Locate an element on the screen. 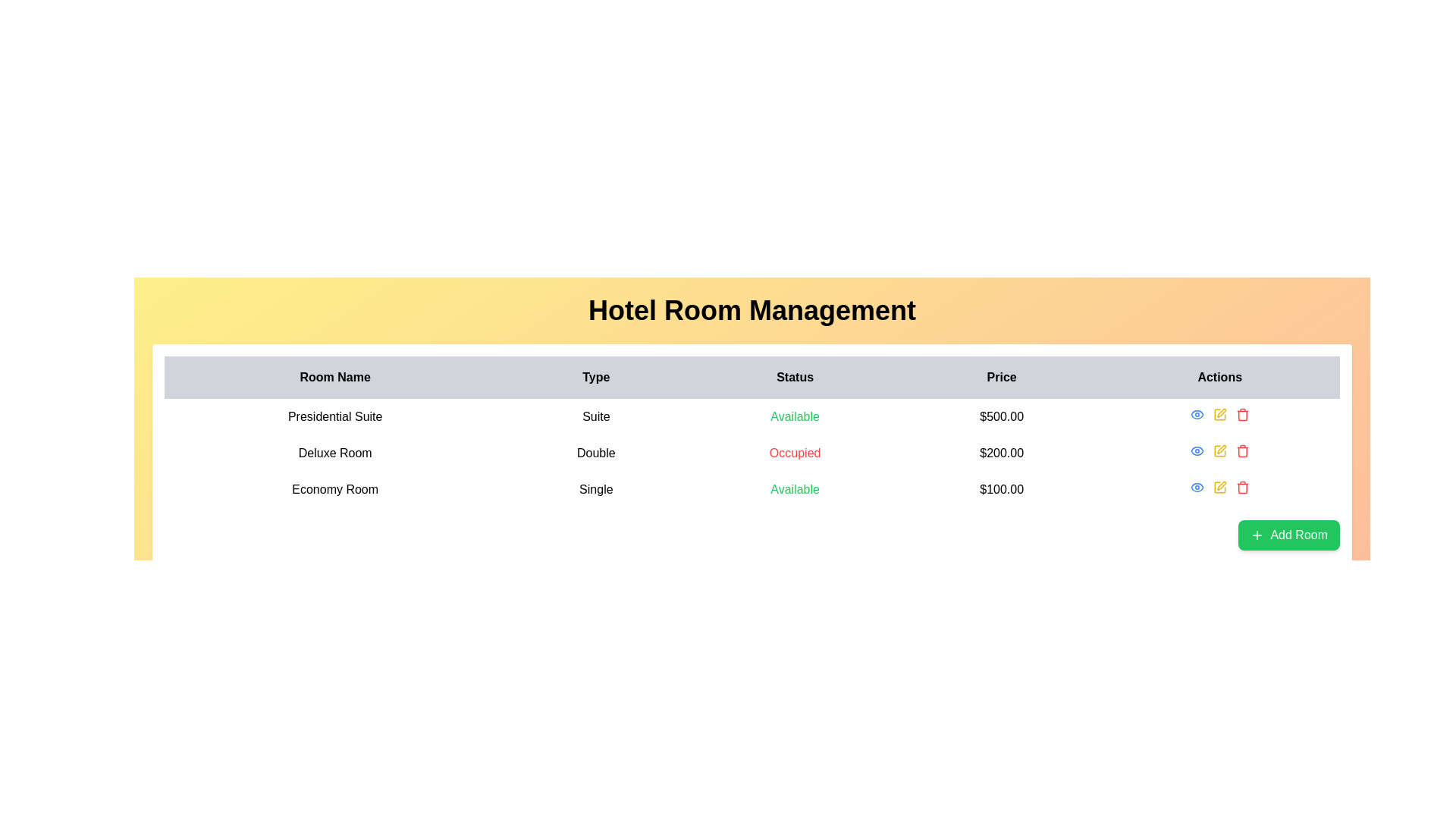 The width and height of the screenshot is (1456, 819). the red trash can icon button in the action column of the Economy Room row is located at coordinates (1242, 488).